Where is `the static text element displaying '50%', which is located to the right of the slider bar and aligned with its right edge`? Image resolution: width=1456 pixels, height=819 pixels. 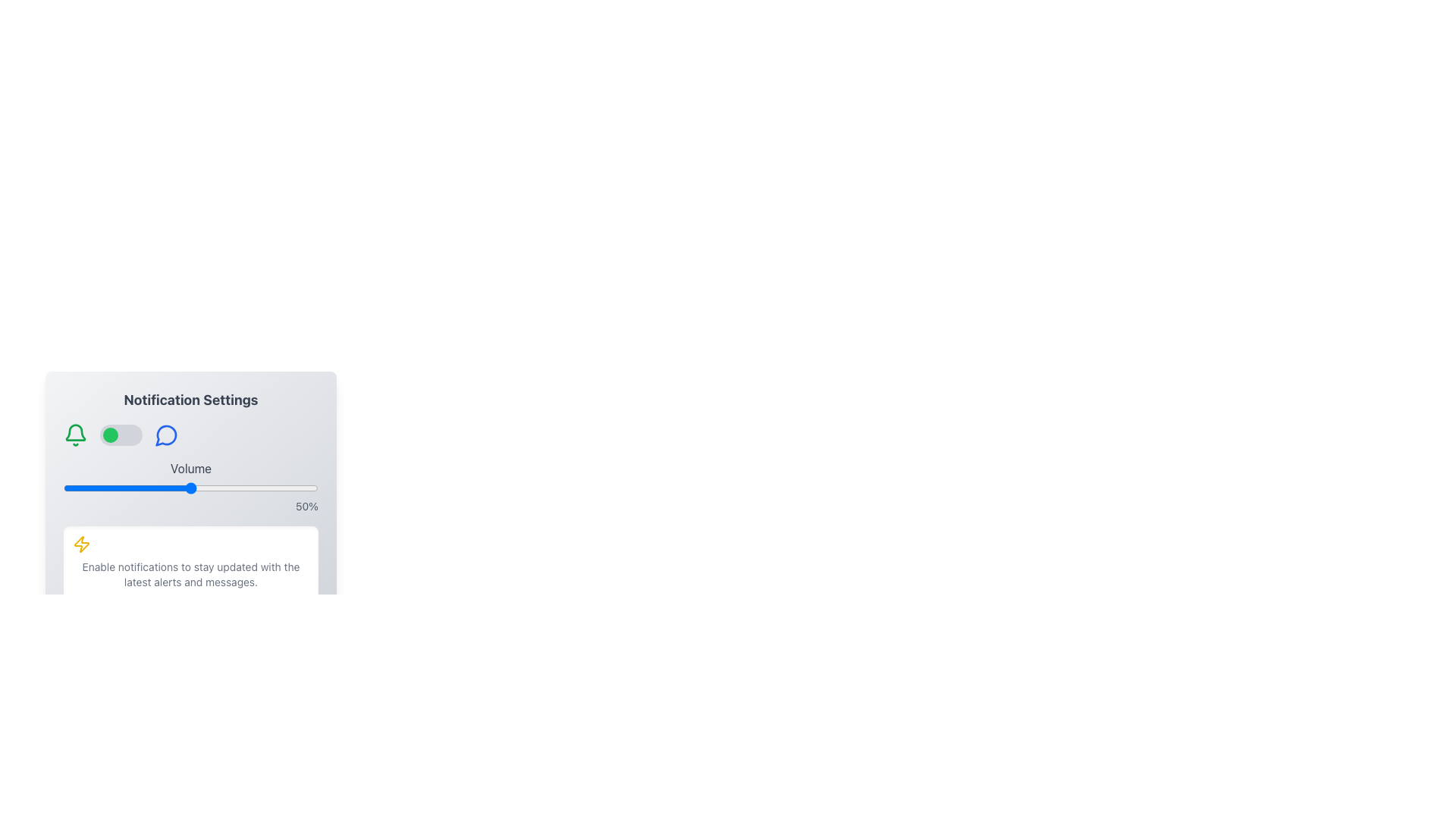 the static text element displaying '50%', which is located to the right of the slider bar and aligned with its right edge is located at coordinates (190, 506).